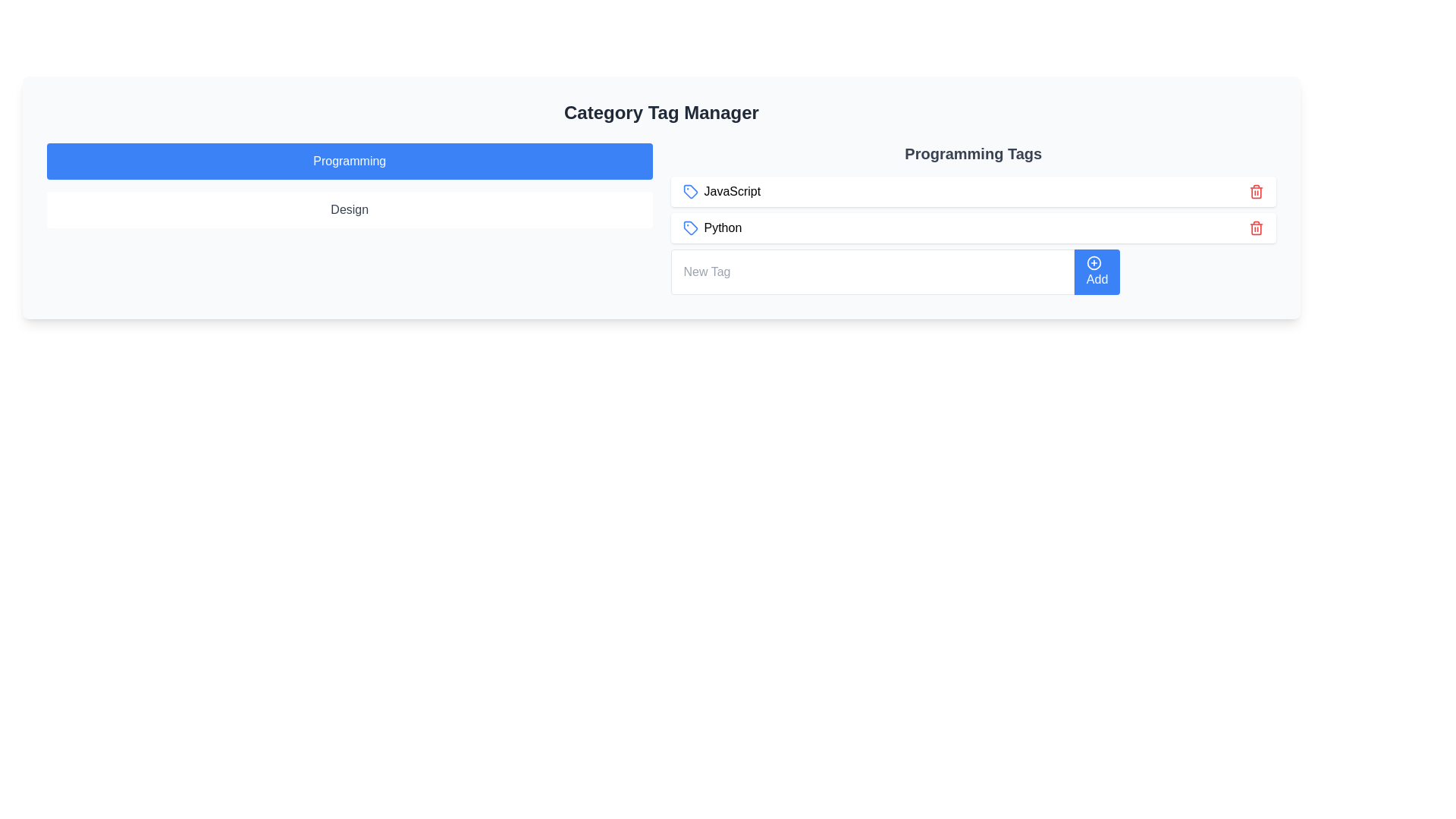  What do you see at coordinates (973, 154) in the screenshot?
I see `the bold, large-sized static text displaying 'Programming Tags' styled in dark gray, located at the top of the programming tags section` at bounding box center [973, 154].